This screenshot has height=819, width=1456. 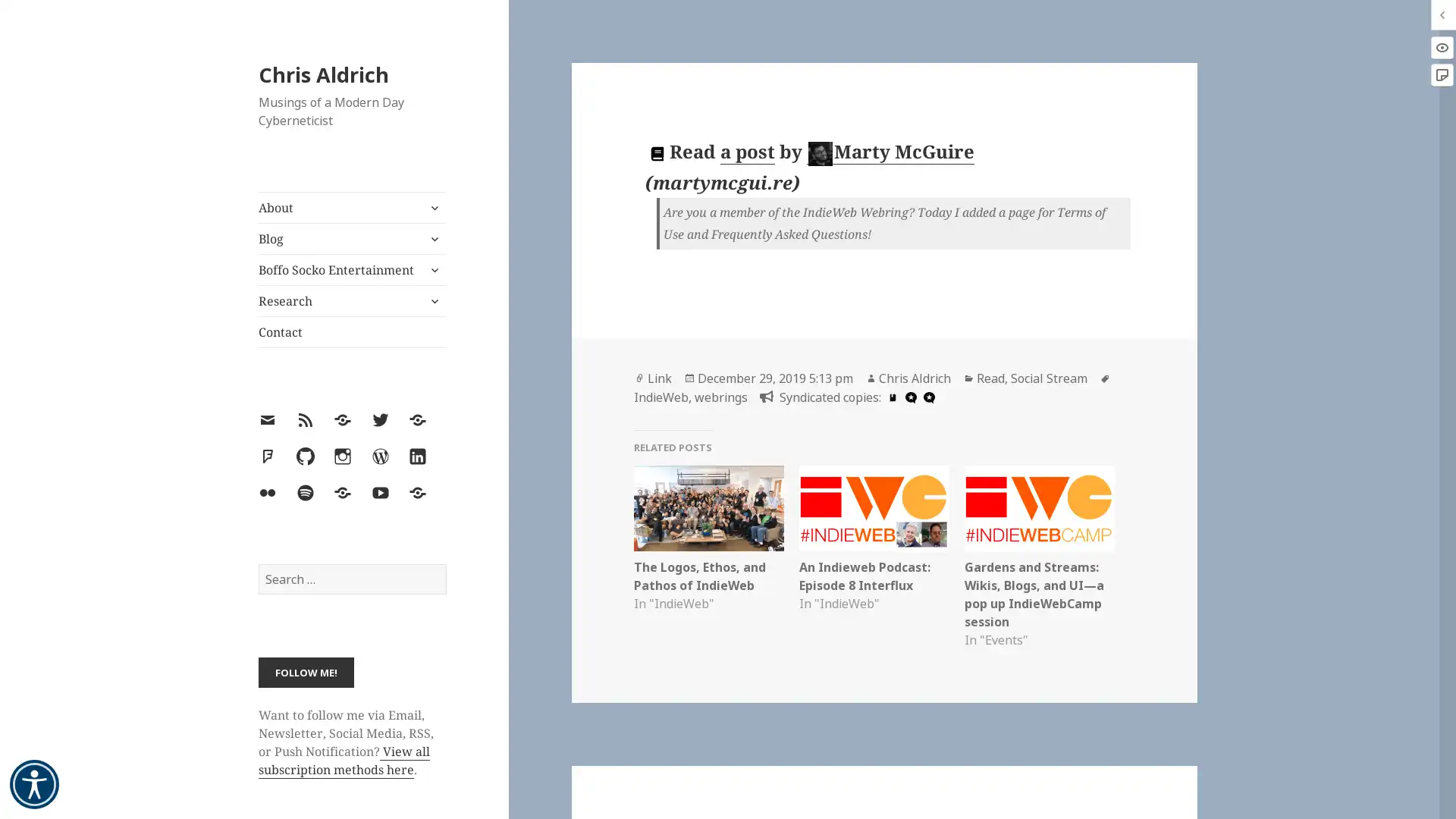 What do you see at coordinates (305, 671) in the screenshot?
I see `Follow Me!` at bounding box center [305, 671].